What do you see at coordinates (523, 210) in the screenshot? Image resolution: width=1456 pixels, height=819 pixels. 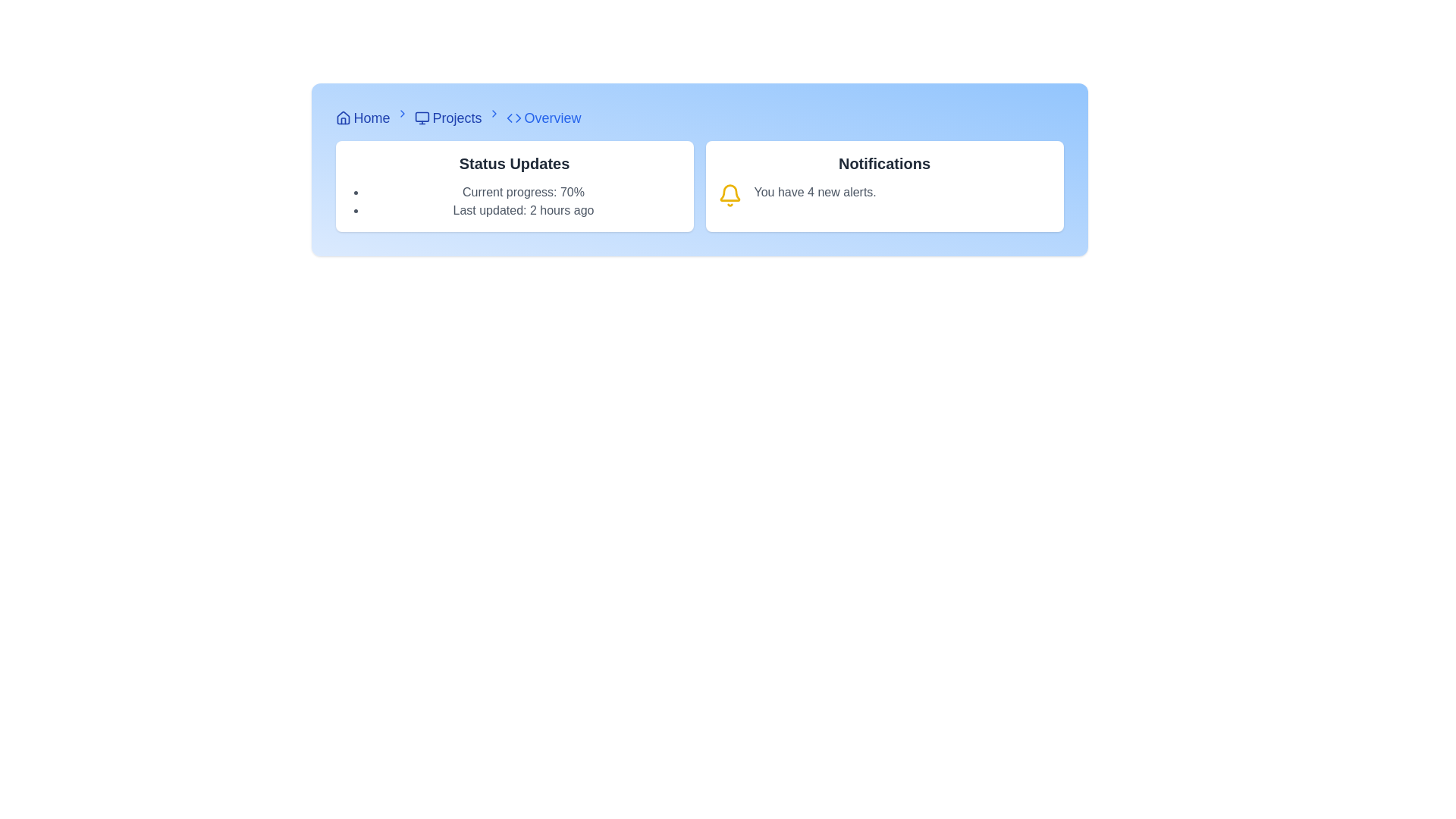 I see `the informational update timestamp label, which is the second item in the 'Status Updates' section below 'Current progress: 70%.'` at bounding box center [523, 210].